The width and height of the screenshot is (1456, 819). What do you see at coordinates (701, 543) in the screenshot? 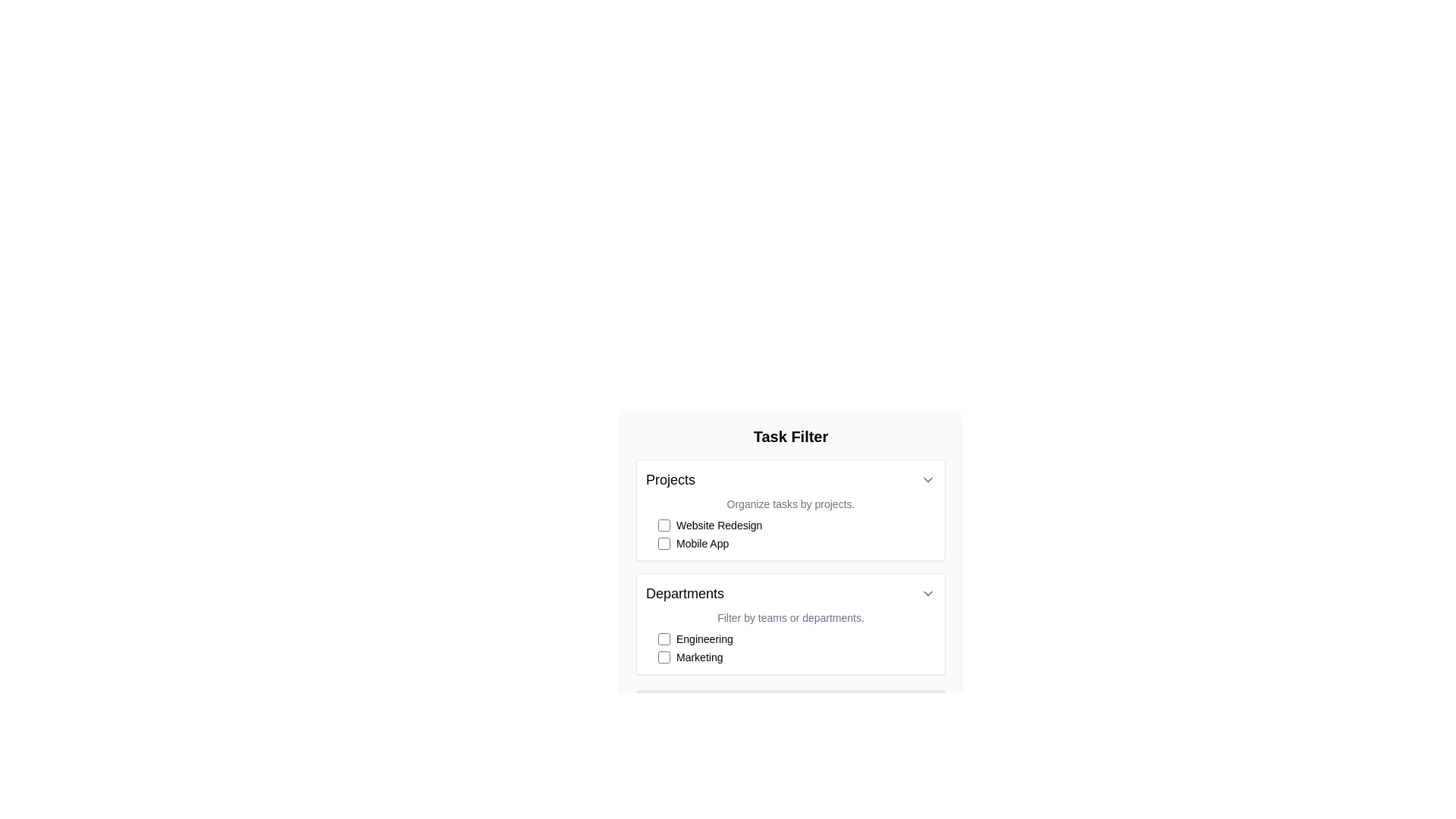
I see `the 'Mobile App' label to associate it with the checkbox beside it for selection` at bounding box center [701, 543].